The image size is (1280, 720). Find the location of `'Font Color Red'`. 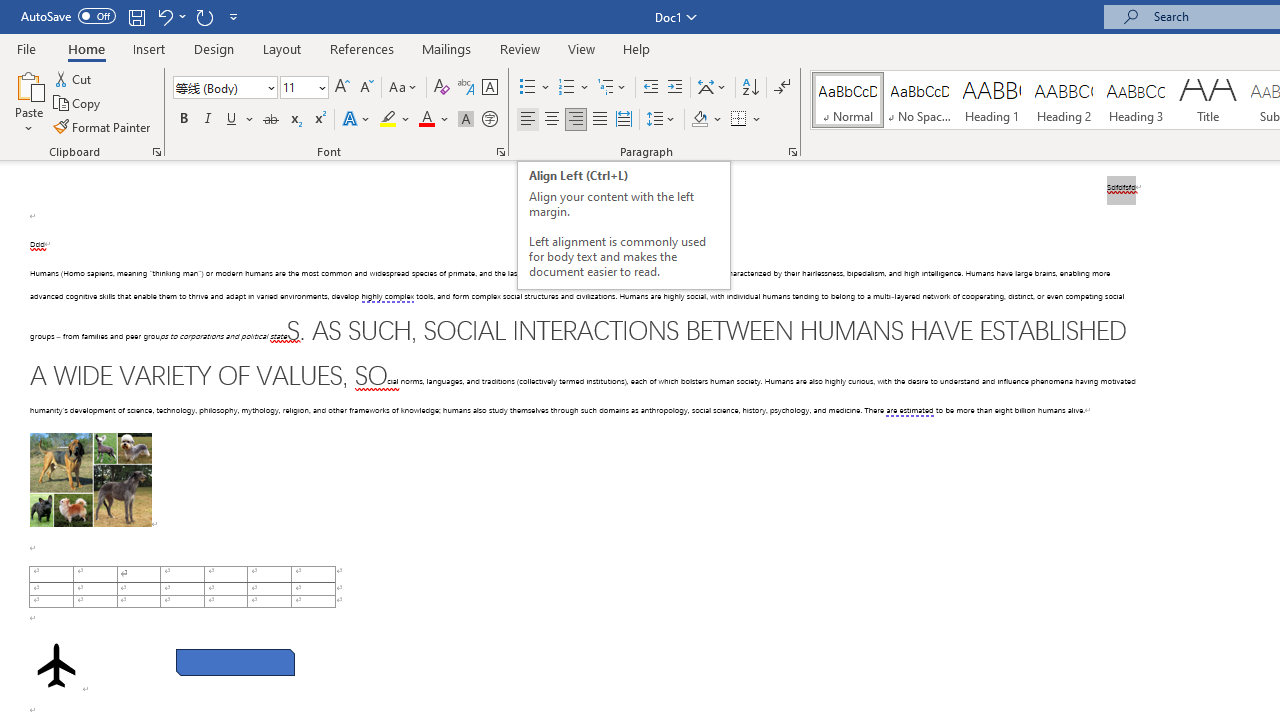

'Font Color Red' is located at coordinates (425, 119).